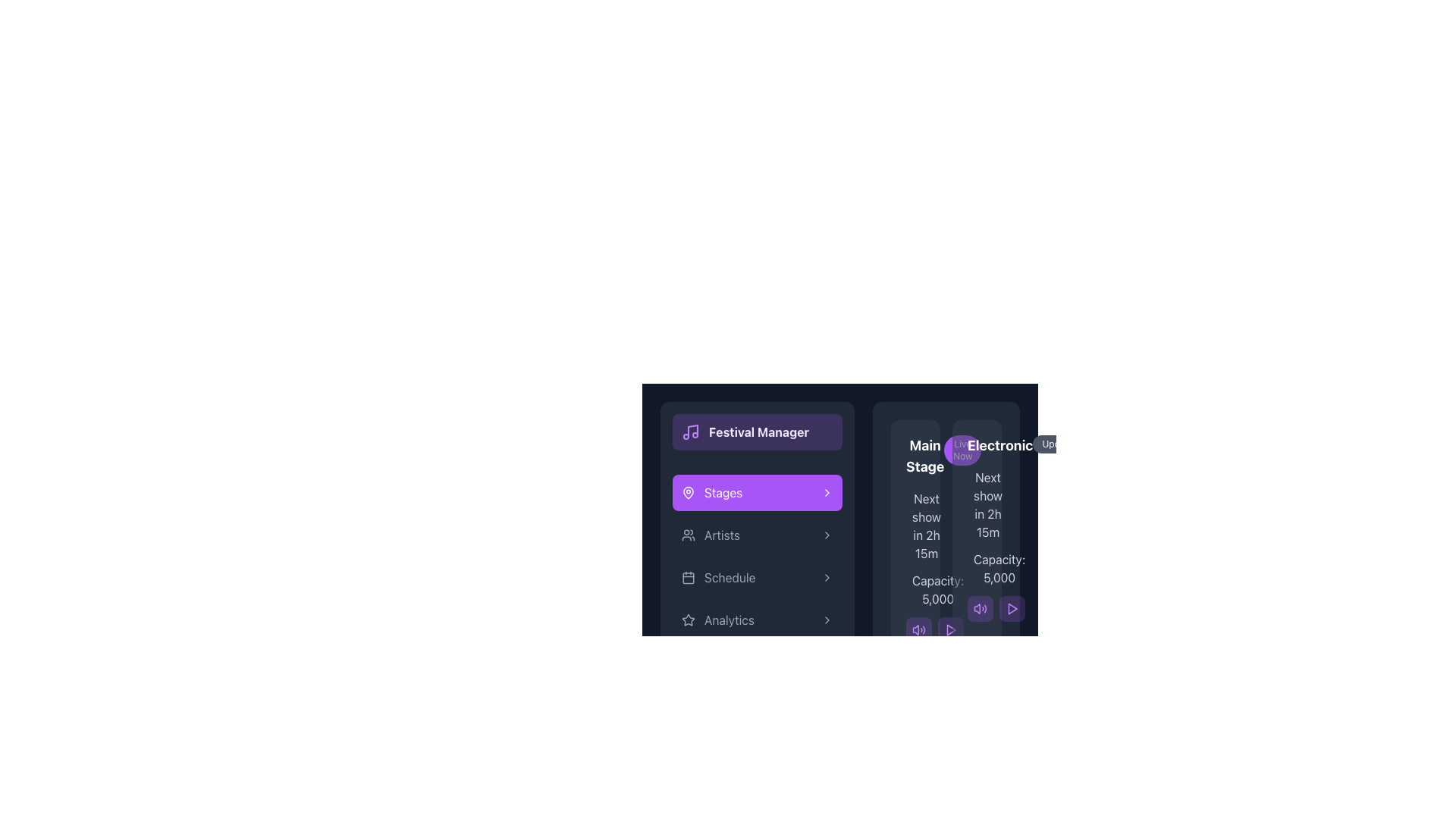 The width and height of the screenshot is (1456, 819). Describe the element at coordinates (915, 629) in the screenshot. I see `the leftmost audio control button located below the 'Electronic' text in the second card of the interface` at that location.